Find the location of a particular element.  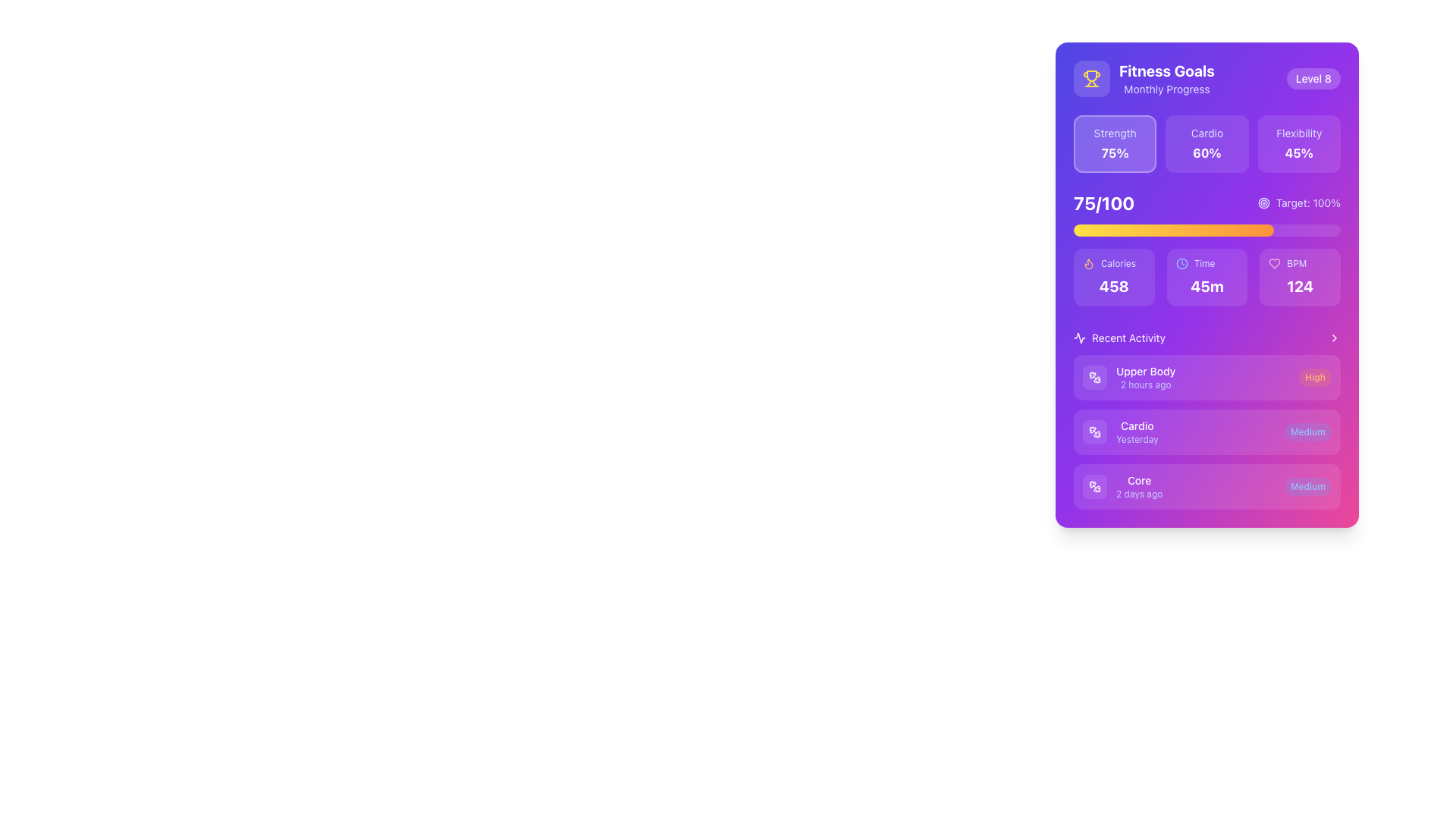

the heart-shaped icon representing a metric, styled in pink, located near the 'BPM 124' label on the interface is located at coordinates (1274, 262).